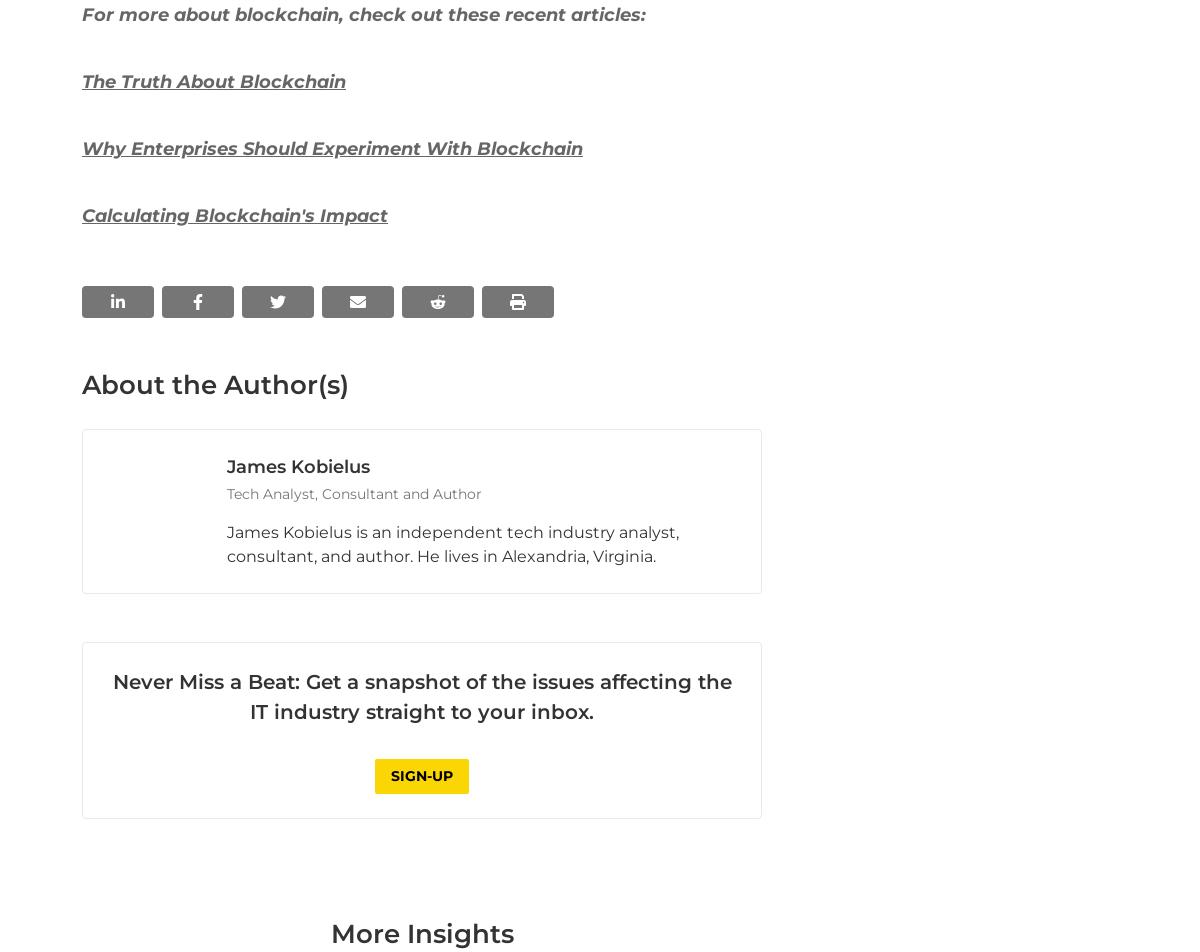  What do you see at coordinates (197, 136) in the screenshot?
I see `','` at bounding box center [197, 136].